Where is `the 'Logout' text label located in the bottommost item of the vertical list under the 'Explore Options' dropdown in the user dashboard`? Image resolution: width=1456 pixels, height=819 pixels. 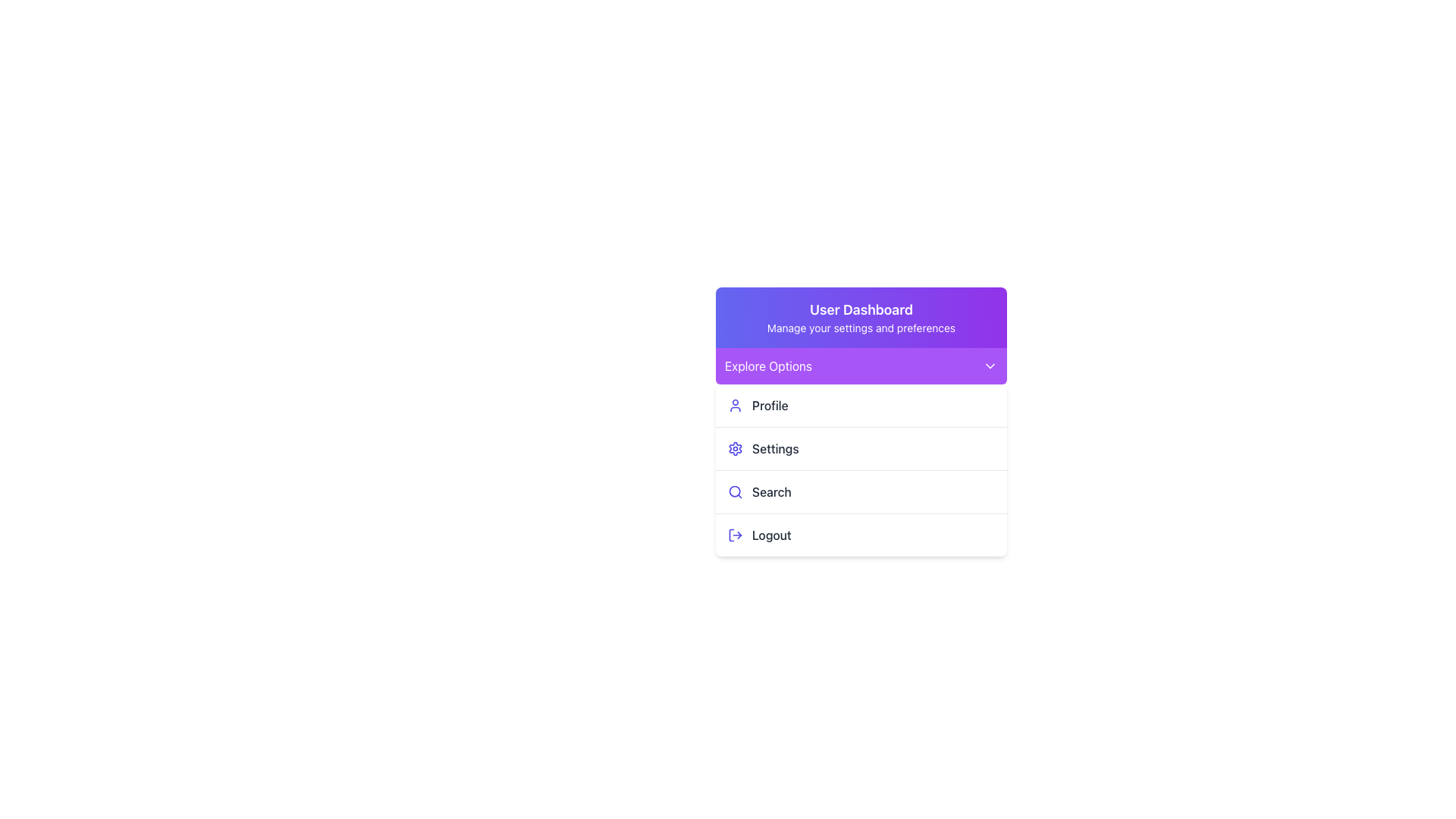 the 'Logout' text label located in the bottommost item of the vertical list under the 'Explore Options' dropdown in the user dashboard is located at coordinates (771, 534).